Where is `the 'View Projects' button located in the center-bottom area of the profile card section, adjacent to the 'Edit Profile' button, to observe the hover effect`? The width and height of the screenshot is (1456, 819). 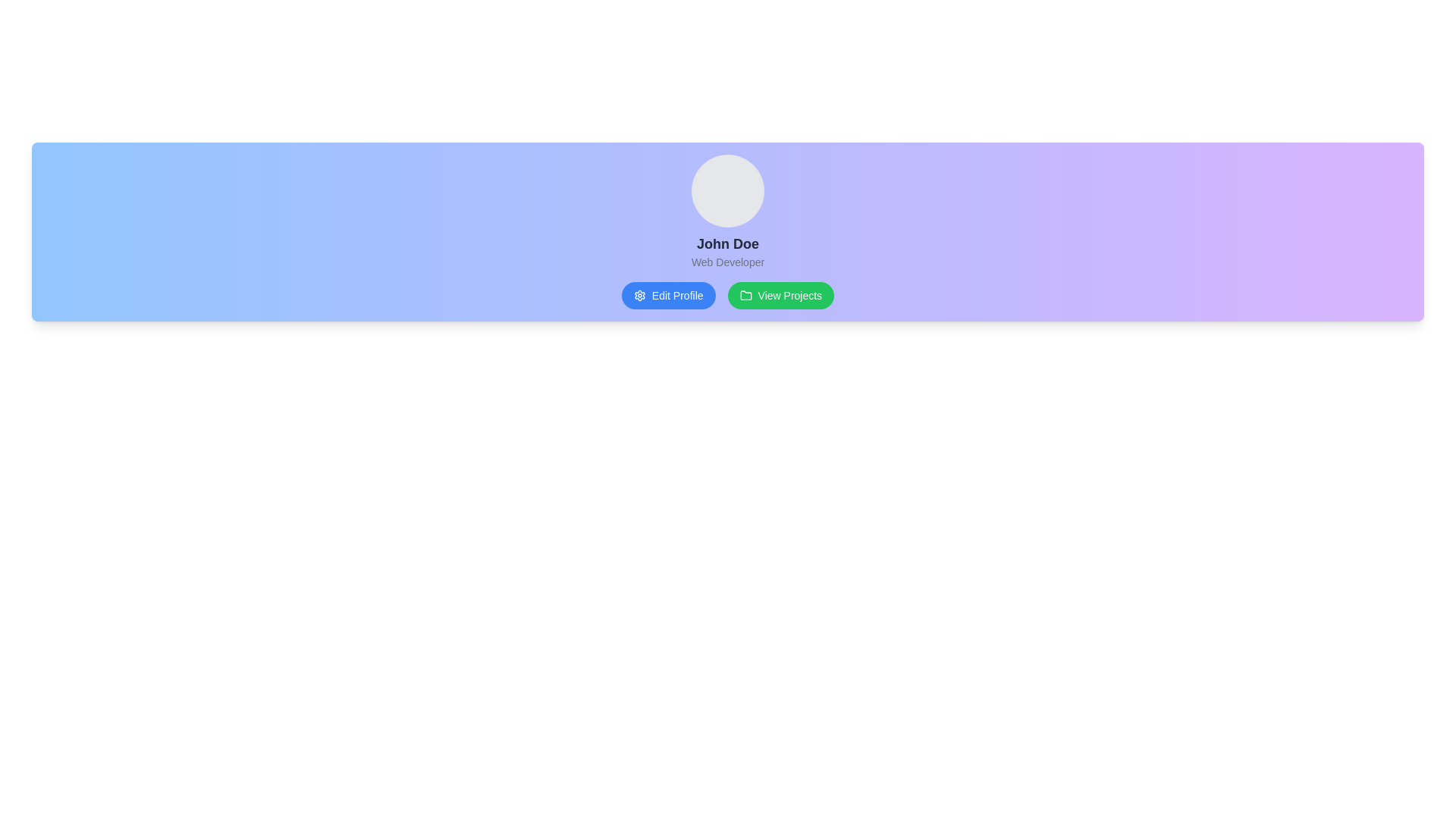
the 'View Projects' button located in the center-bottom area of the profile card section, adjacent to the 'Edit Profile' button, to observe the hover effect is located at coordinates (780, 295).